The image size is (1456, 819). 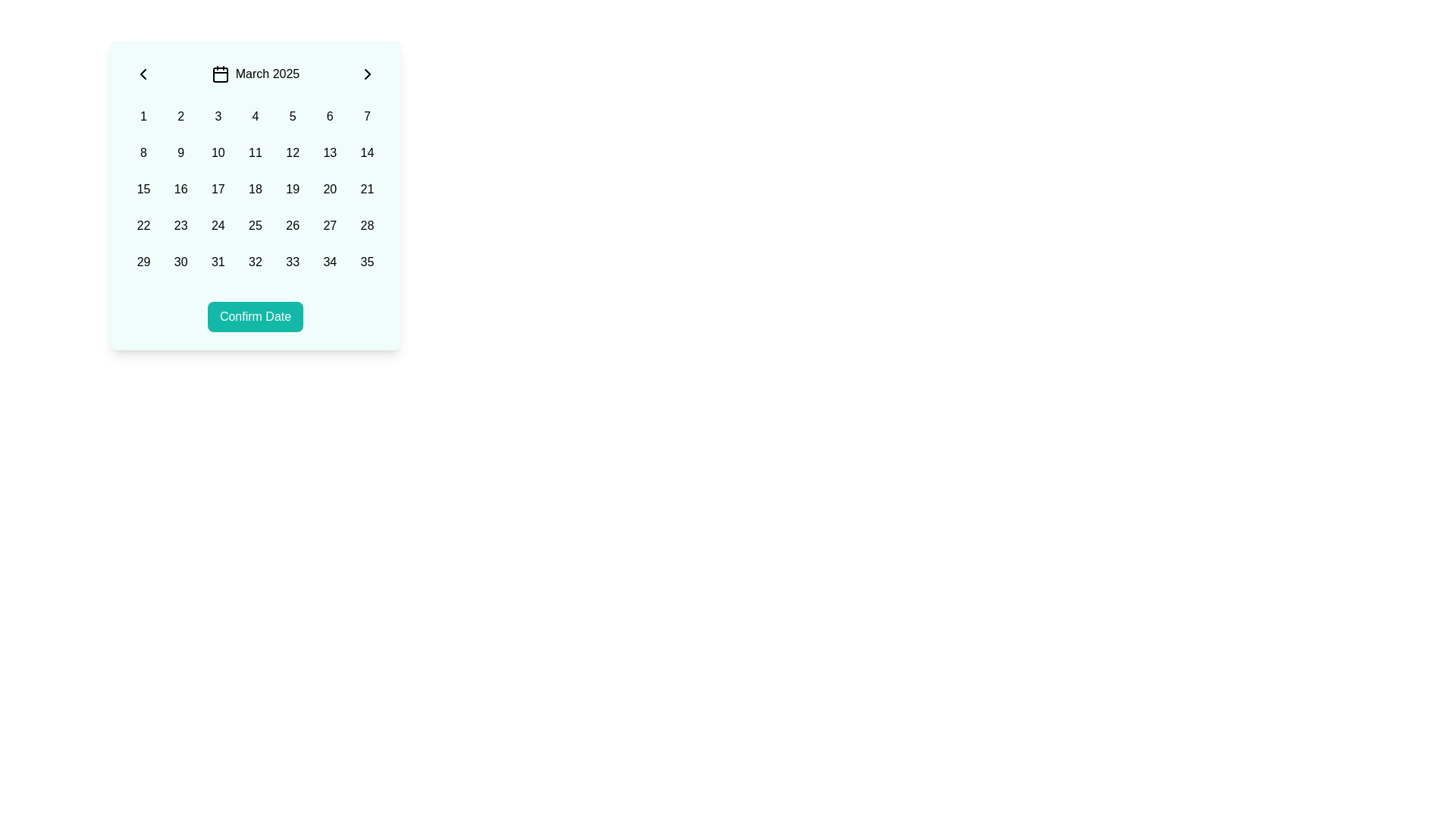 I want to click on the interactive box located in the second row and second column of the grid layout for accessibility actions, so click(x=180, y=152).